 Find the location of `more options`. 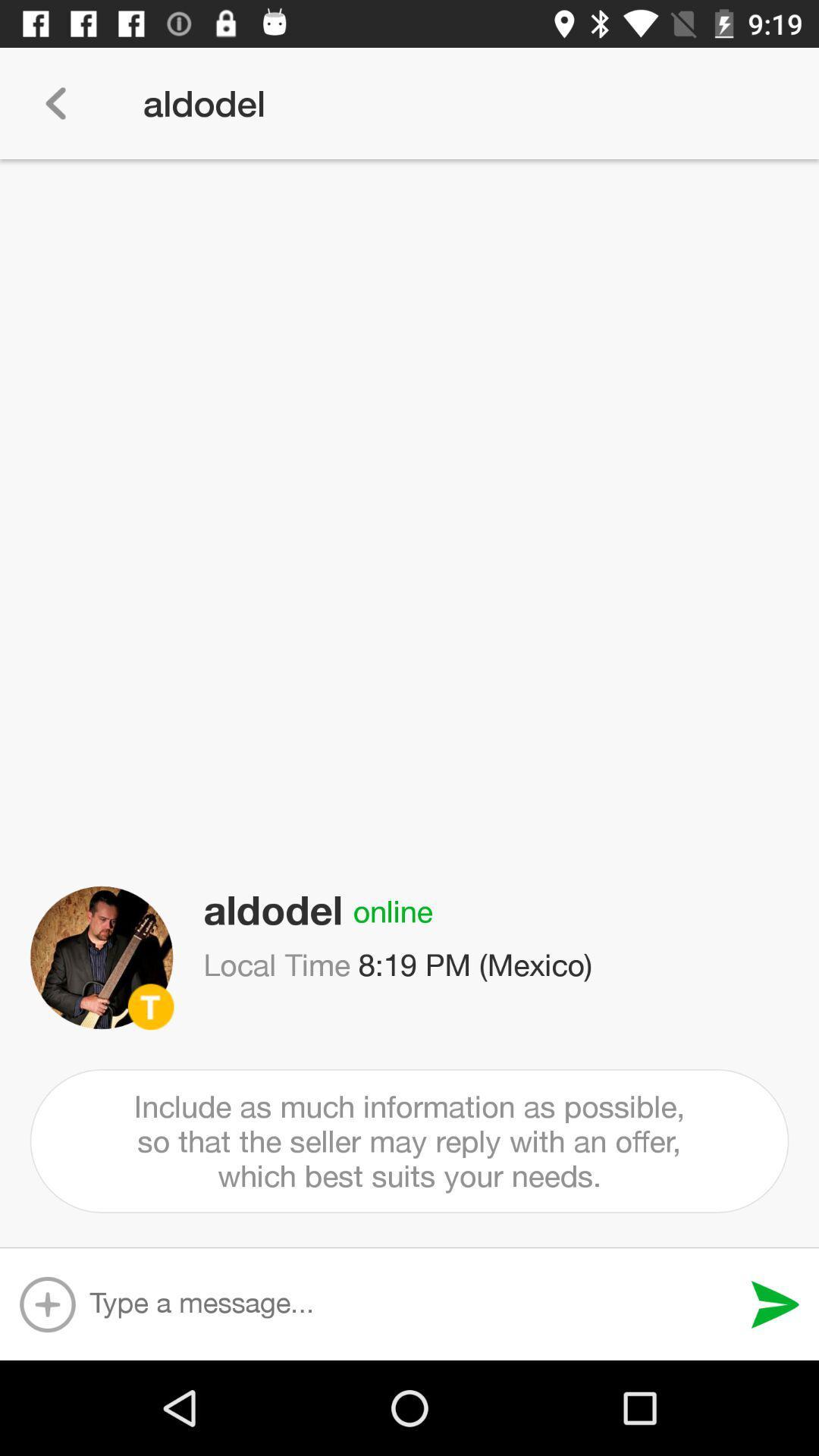

more options is located at coordinates (46, 1304).